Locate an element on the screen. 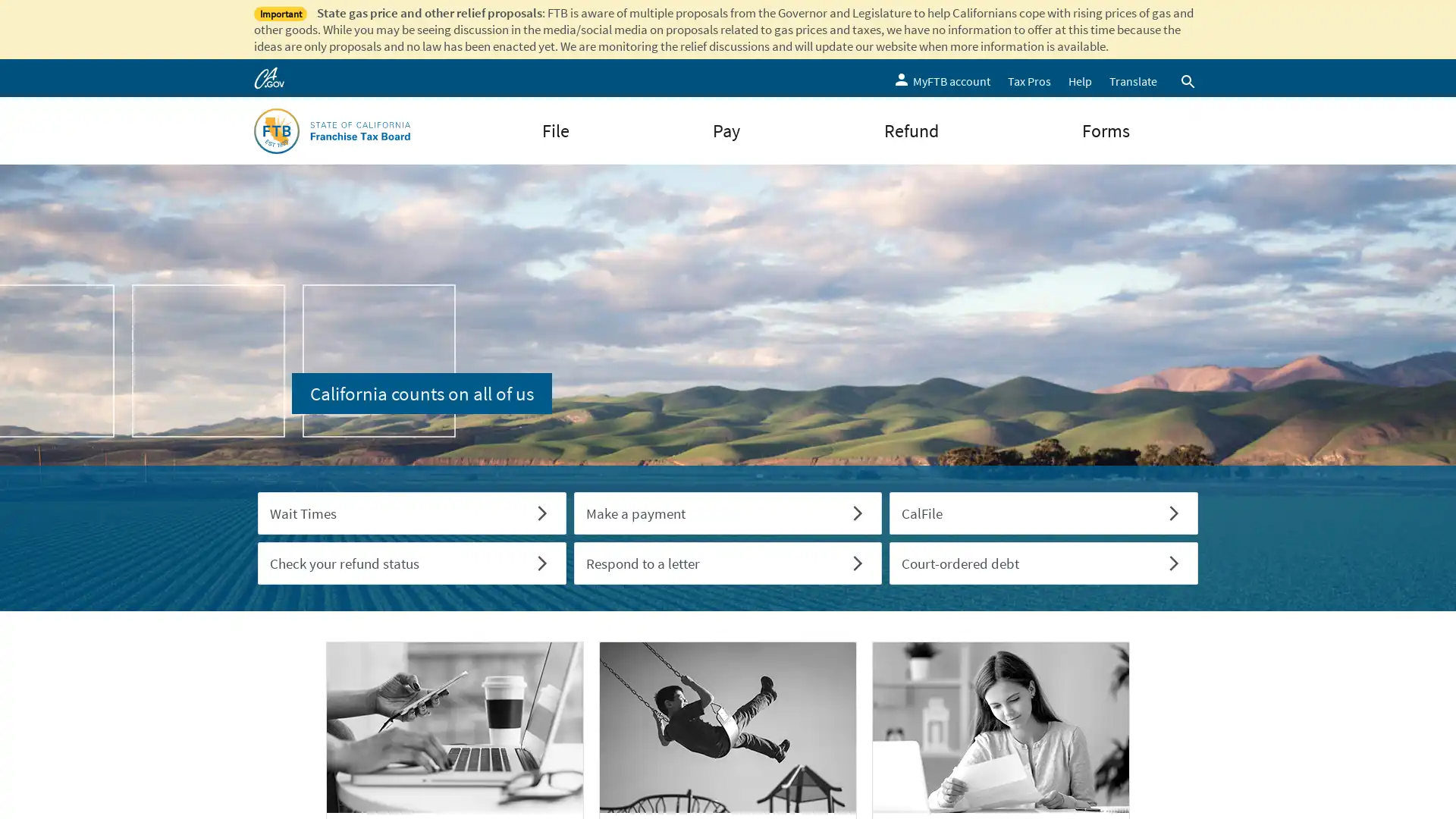 The height and width of the screenshot is (819, 1456). Close Search is located at coordinates (1182, 180).